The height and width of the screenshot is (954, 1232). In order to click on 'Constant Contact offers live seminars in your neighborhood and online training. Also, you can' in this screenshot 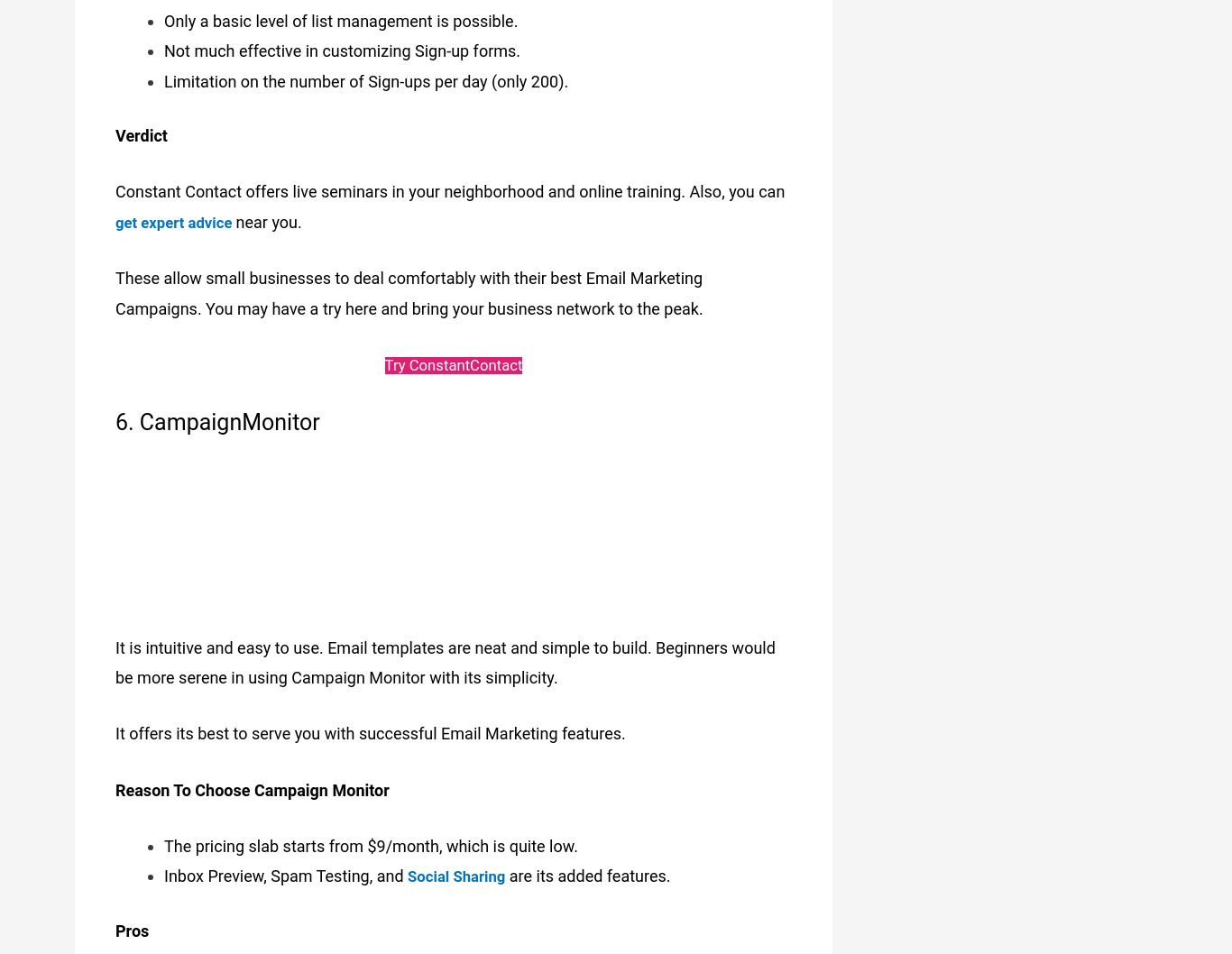, I will do `click(449, 182)`.